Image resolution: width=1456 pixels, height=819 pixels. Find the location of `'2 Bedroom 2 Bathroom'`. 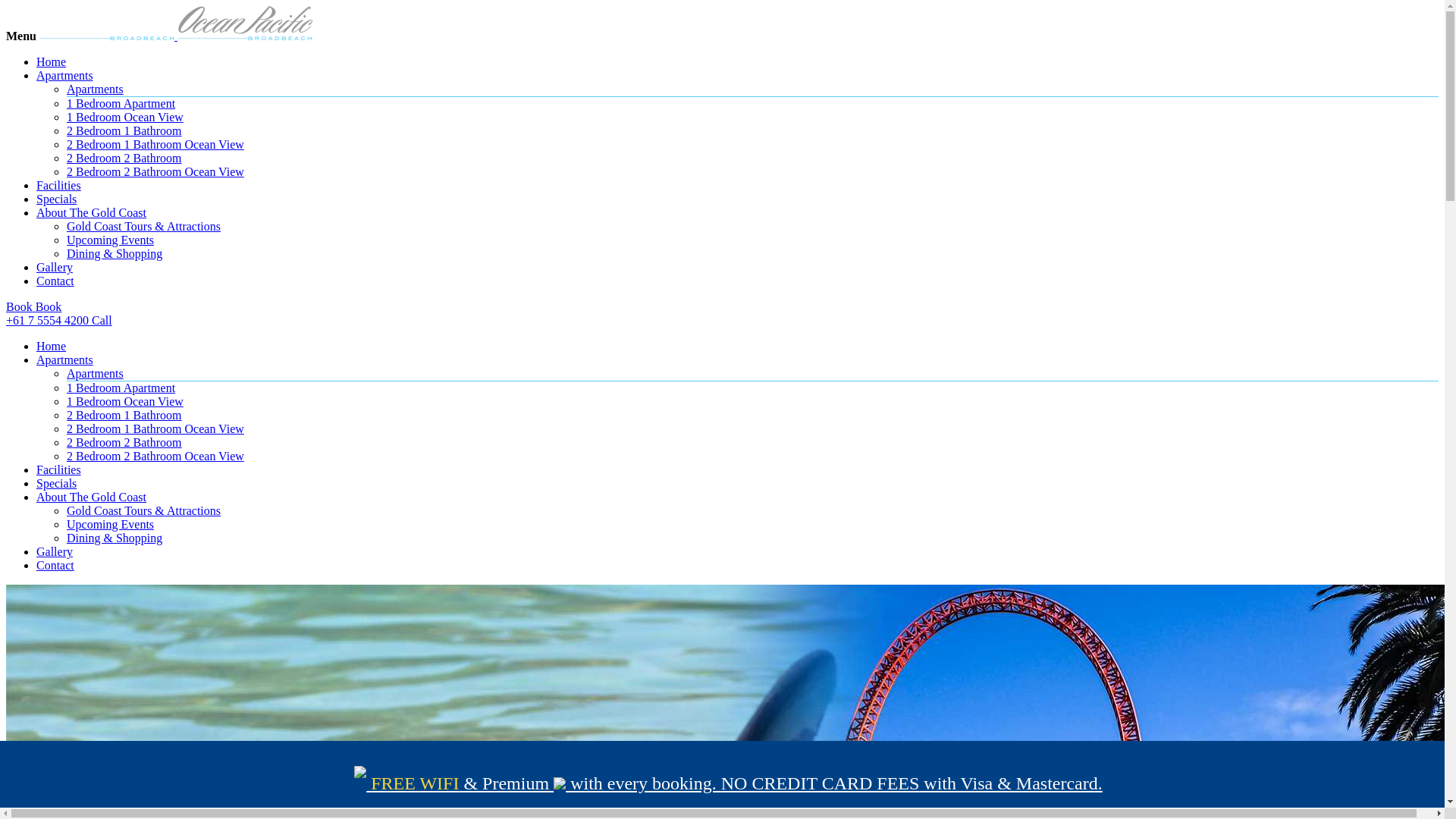

'2 Bedroom 2 Bathroom' is located at coordinates (124, 442).